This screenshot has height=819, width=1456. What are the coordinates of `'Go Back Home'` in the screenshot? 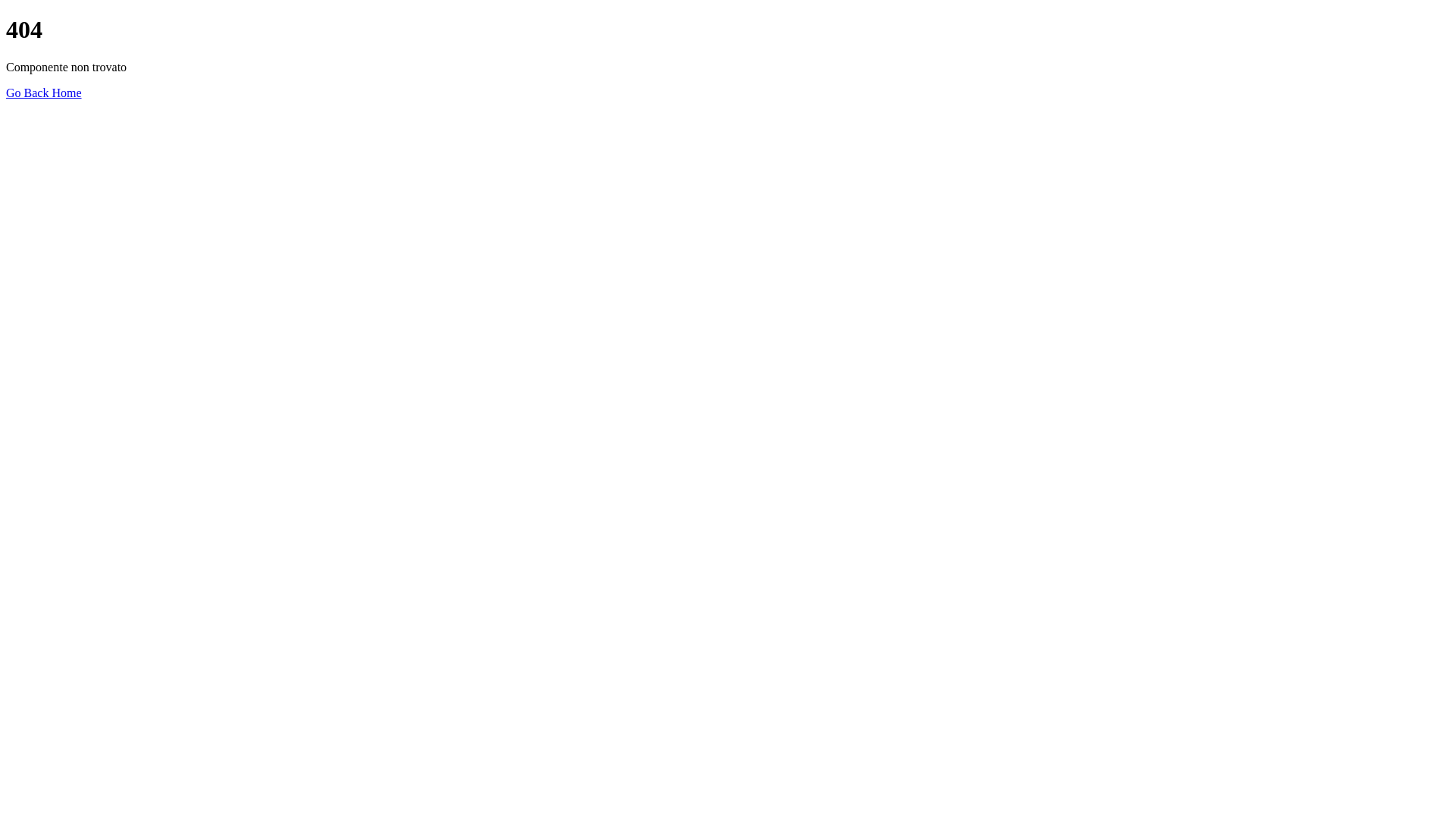 It's located at (43, 93).